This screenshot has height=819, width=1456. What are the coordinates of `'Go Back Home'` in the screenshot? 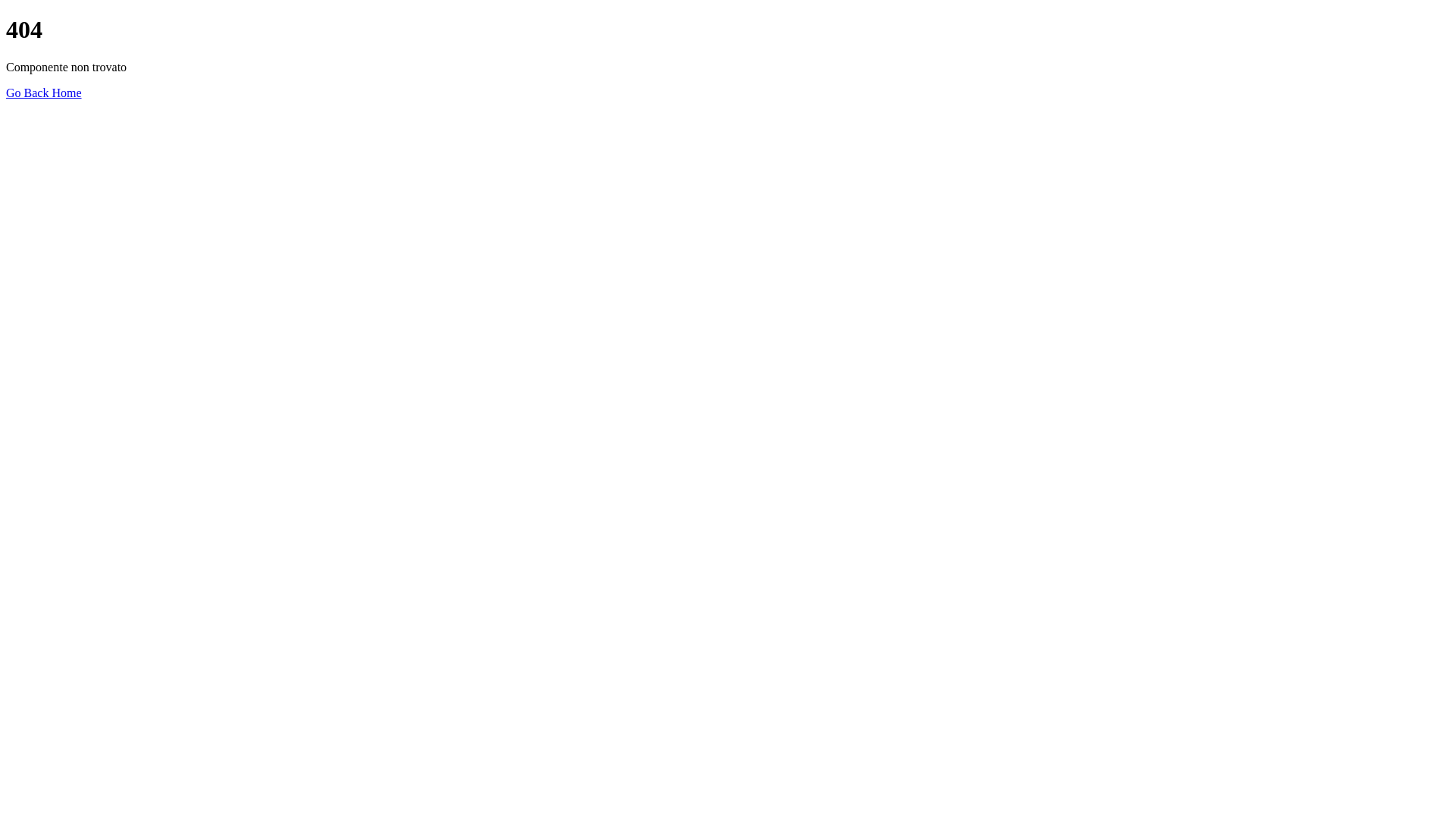 It's located at (43, 93).